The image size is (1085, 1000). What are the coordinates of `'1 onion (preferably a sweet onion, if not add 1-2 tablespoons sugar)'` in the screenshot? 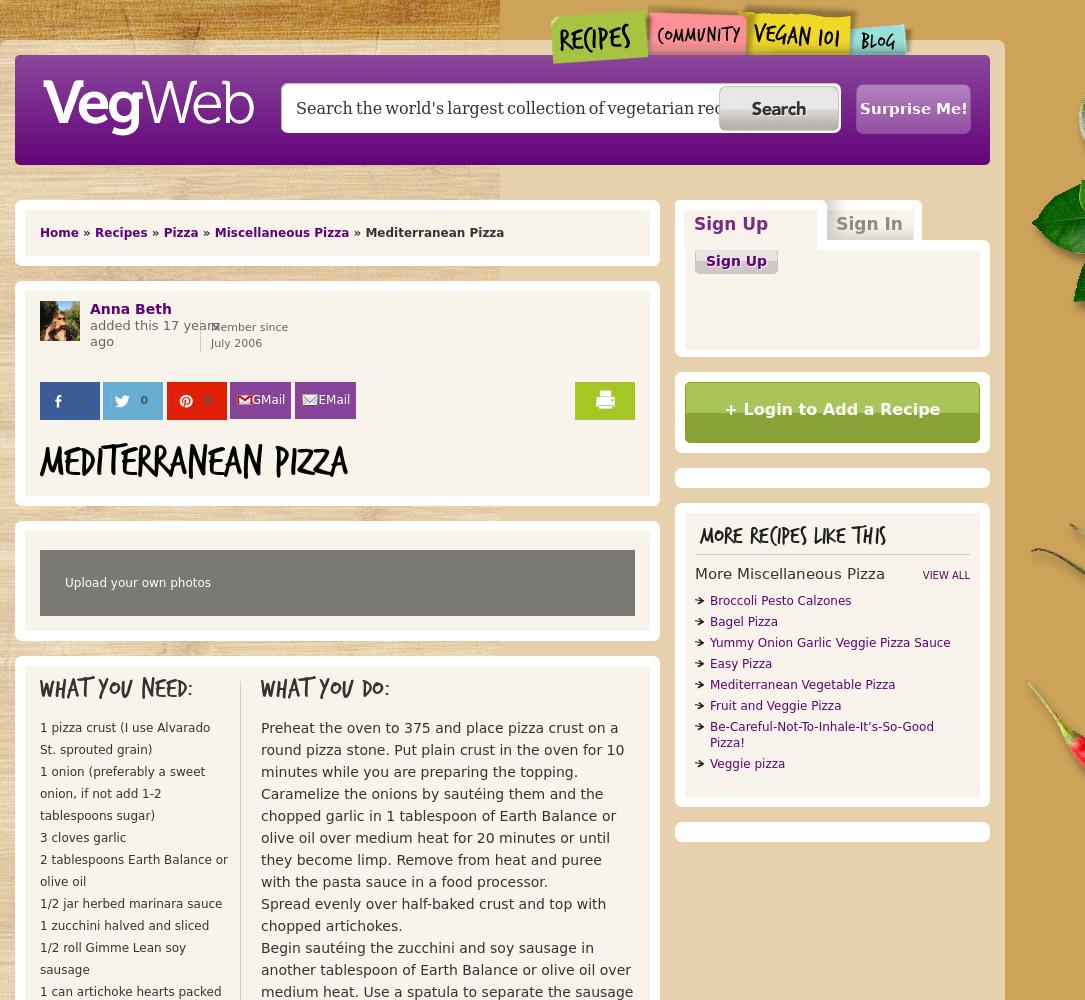 It's located at (121, 794).